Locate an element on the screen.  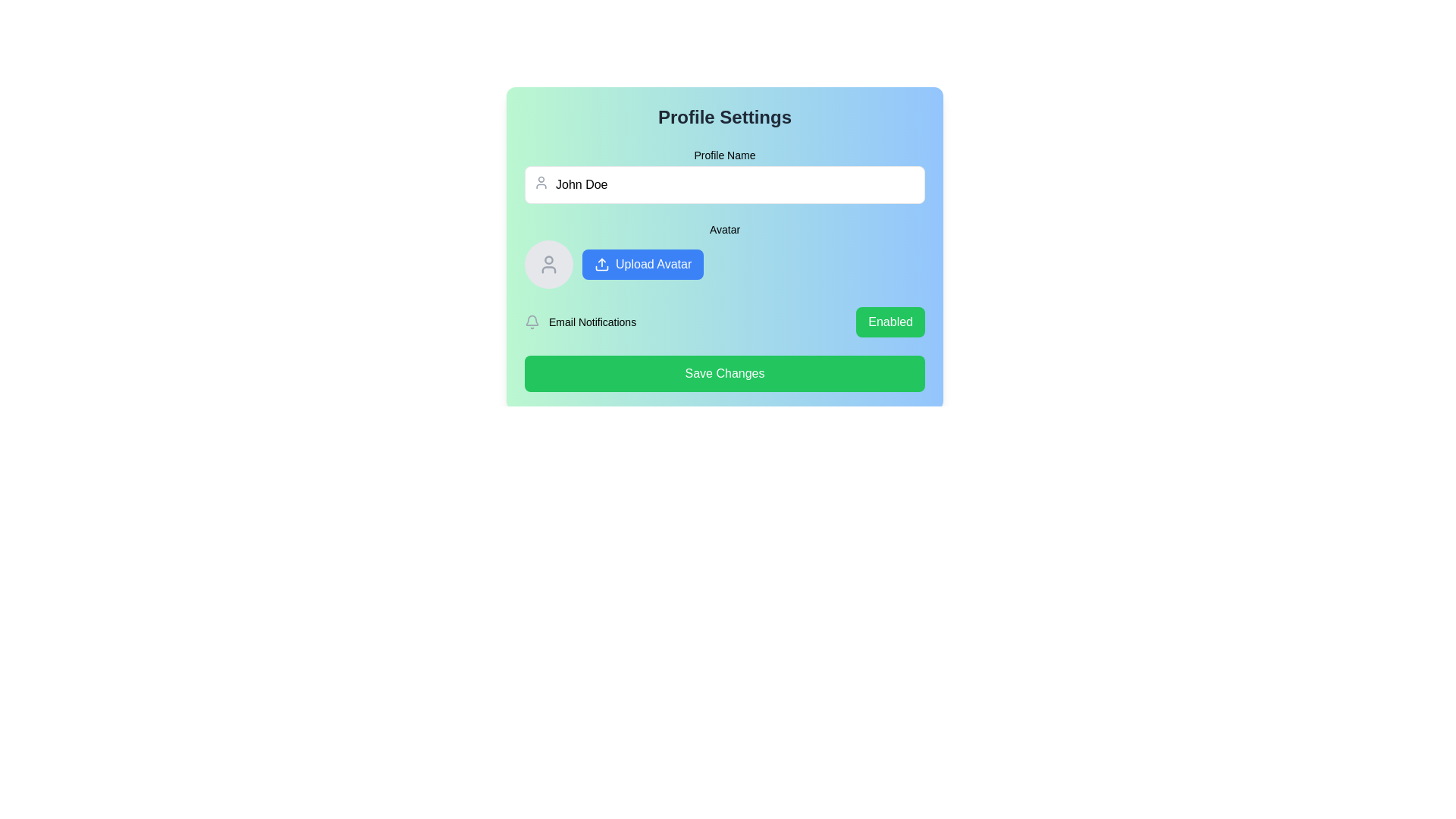
the bell-shaped icon with a gray outline located in the 'Email Notifications' section of the 'Profile Settings' form is located at coordinates (532, 321).